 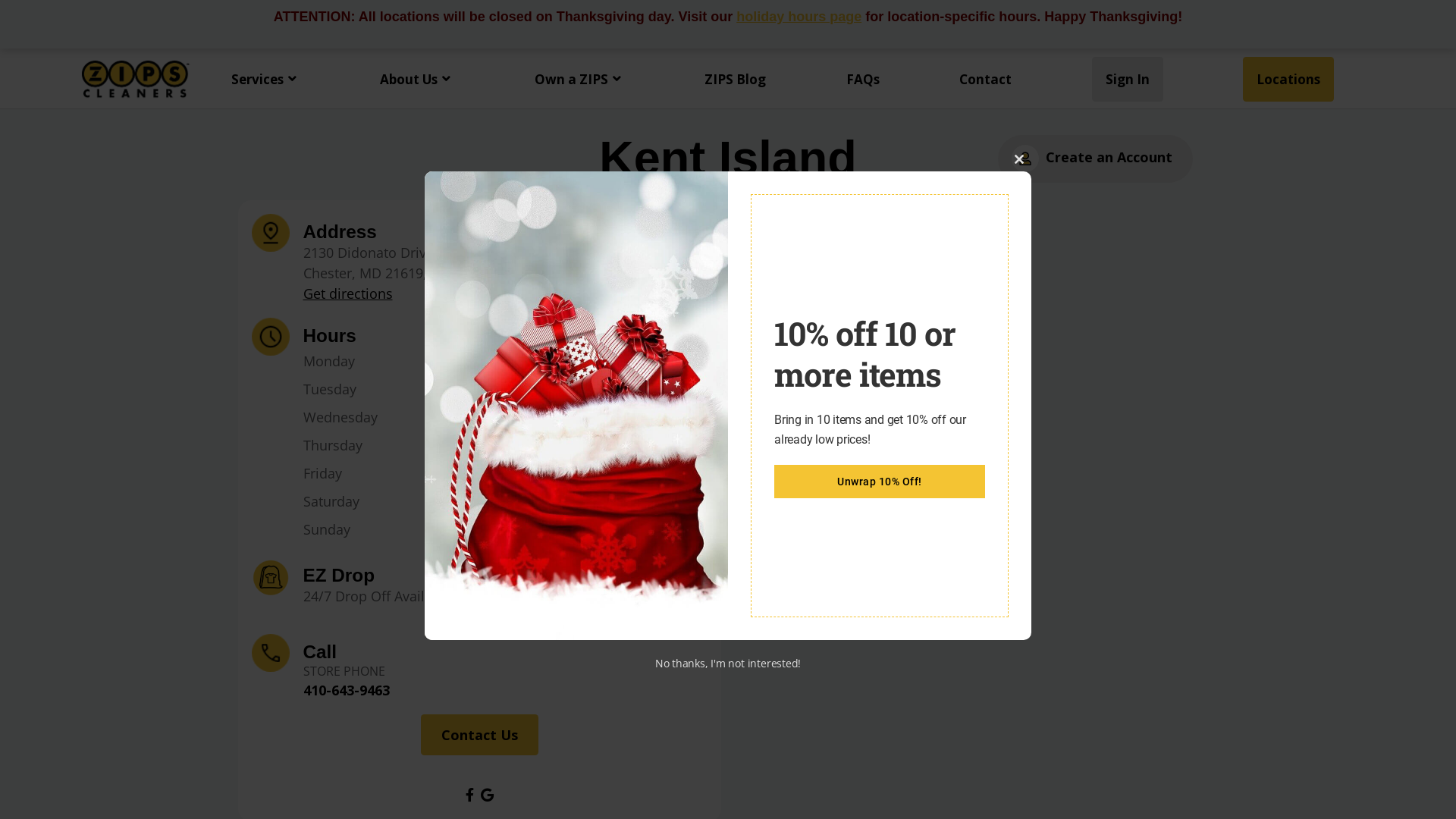 I want to click on 'Close this module', so click(x=1019, y=158).